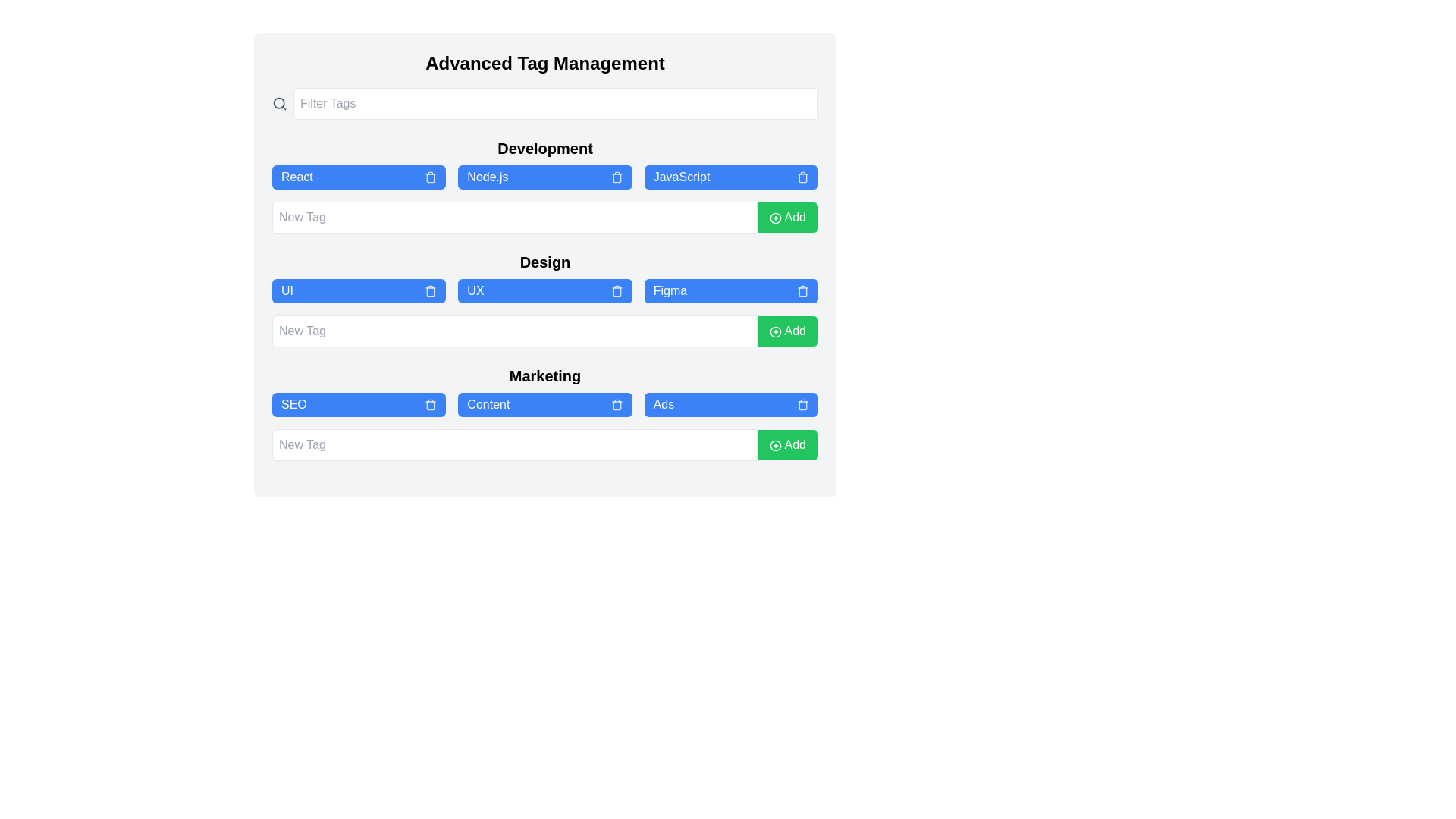 The width and height of the screenshot is (1456, 819). Describe the element at coordinates (617, 403) in the screenshot. I see `the trash icon button located to the right of the 'Content' tag in the 'Marketing' category to change its style` at that location.